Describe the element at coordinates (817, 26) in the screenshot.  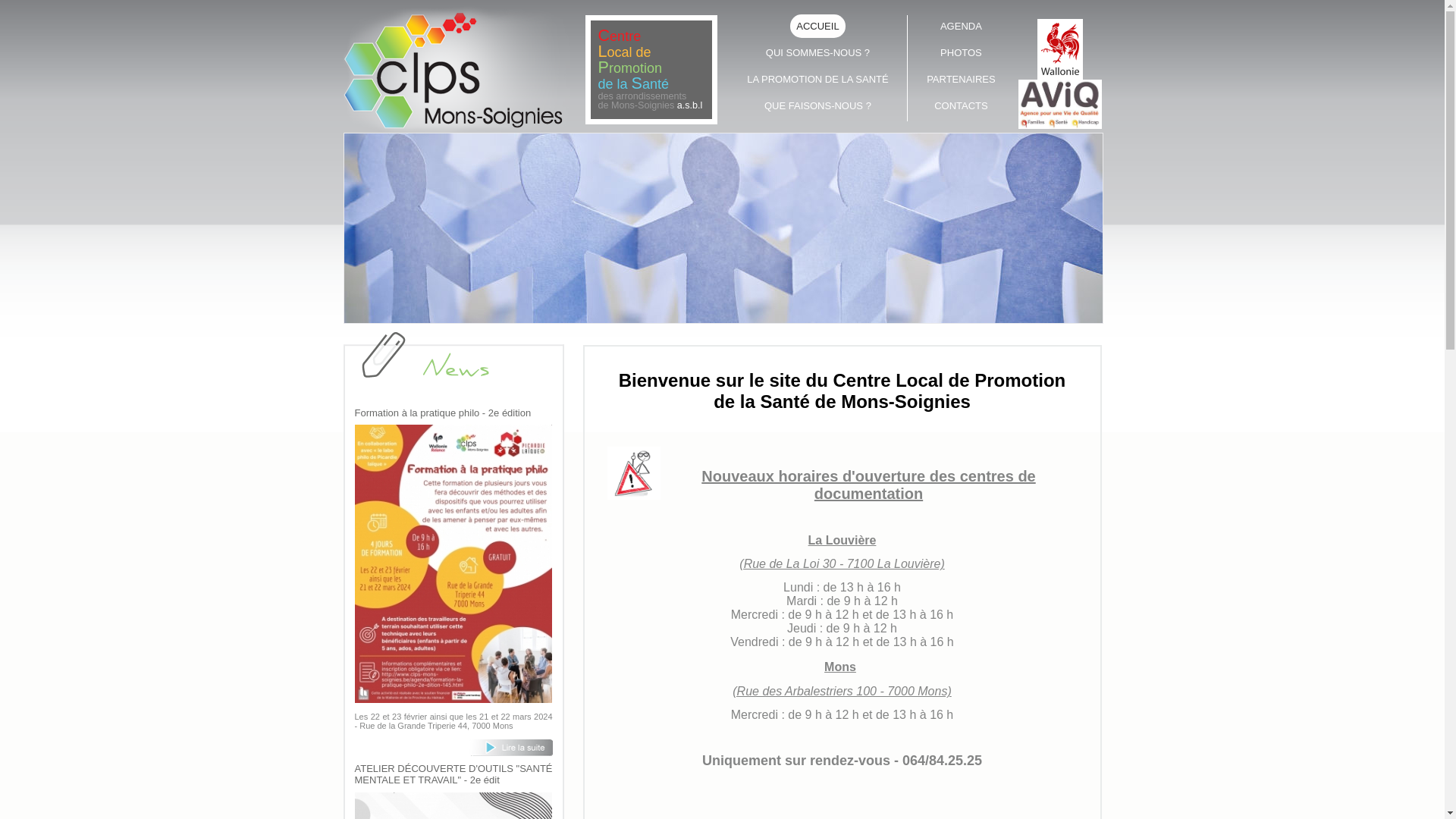
I see `'ACCUEIL'` at that location.